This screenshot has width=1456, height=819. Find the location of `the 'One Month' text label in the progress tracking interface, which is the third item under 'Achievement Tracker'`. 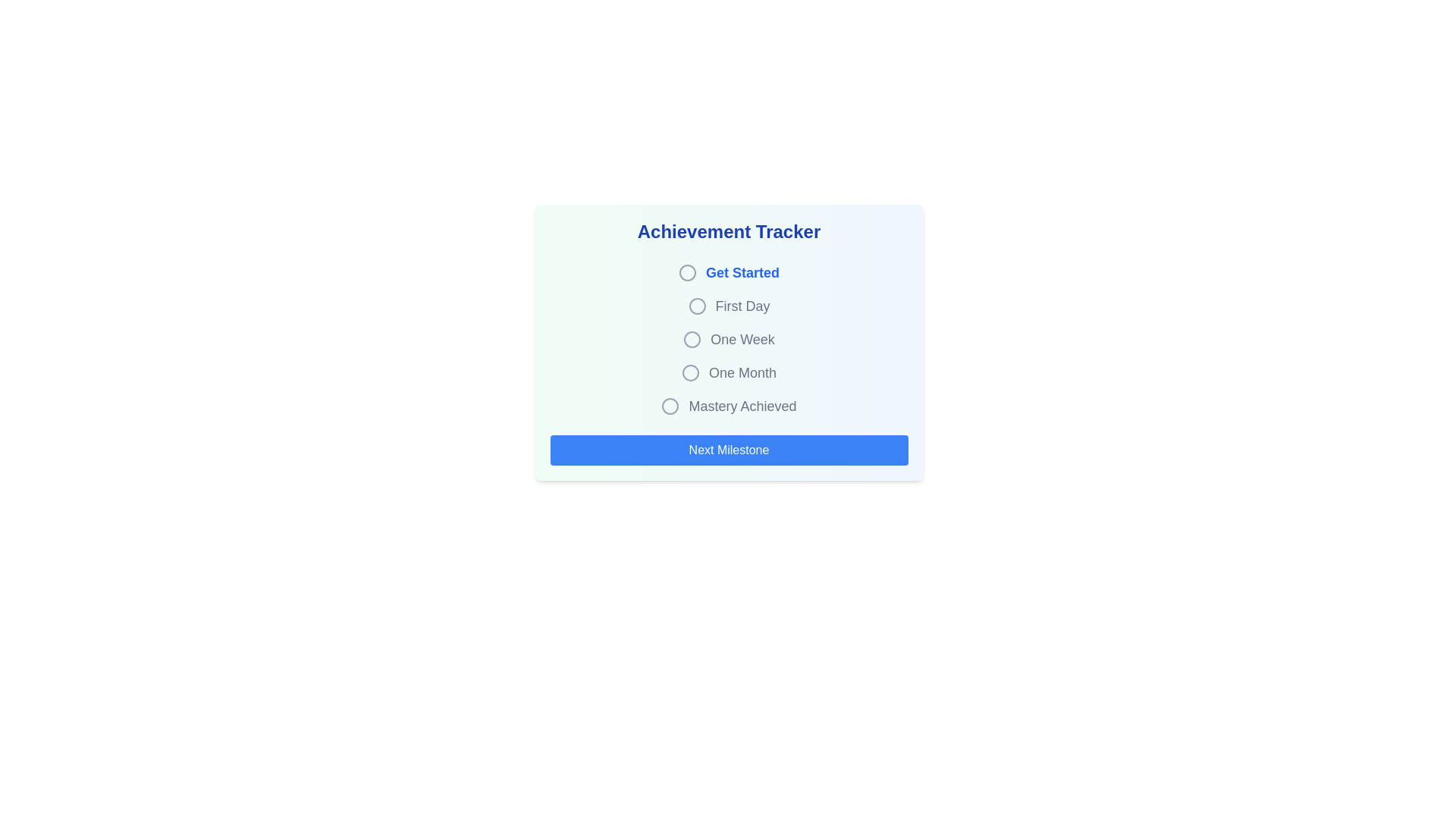

the 'One Month' text label in the progress tracking interface, which is the third item under 'Achievement Tracker' is located at coordinates (742, 373).